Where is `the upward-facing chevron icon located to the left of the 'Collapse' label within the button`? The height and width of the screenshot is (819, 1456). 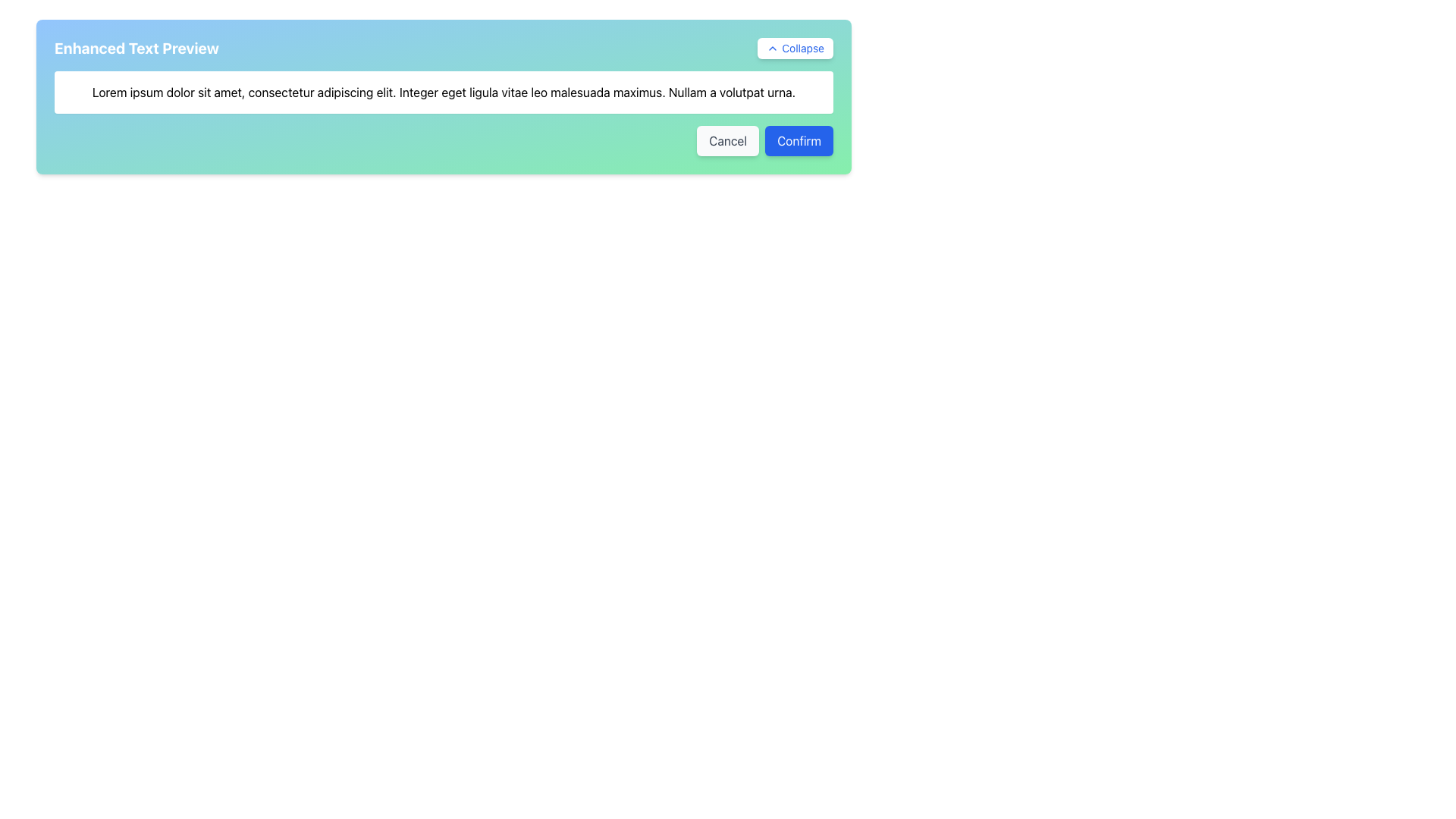
the upward-facing chevron icon located to the left of the 'Collapse' label within the button is located at coordinates (773, 48).